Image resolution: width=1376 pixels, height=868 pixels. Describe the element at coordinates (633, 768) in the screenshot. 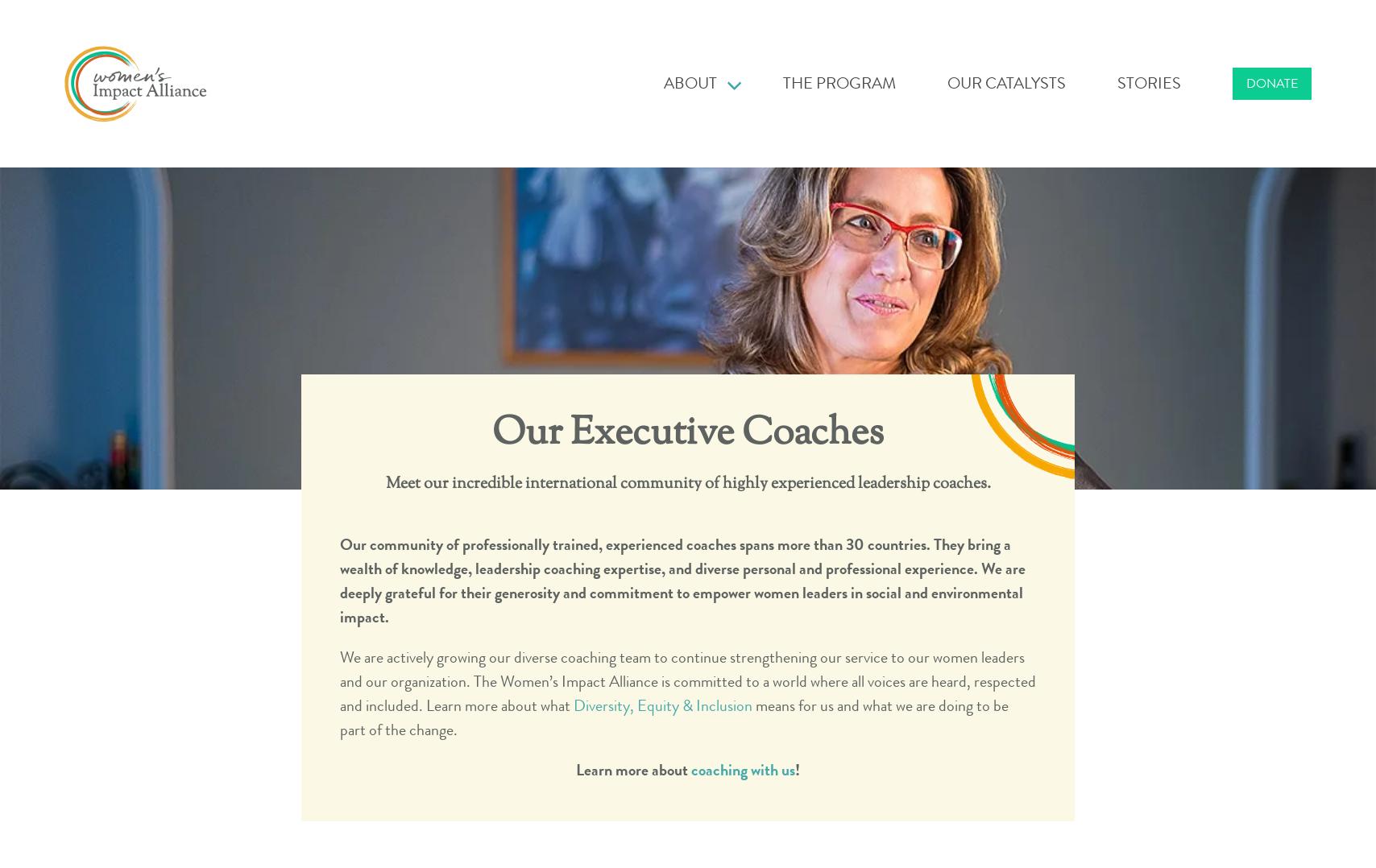

I see `'Learn more about'` at that location.